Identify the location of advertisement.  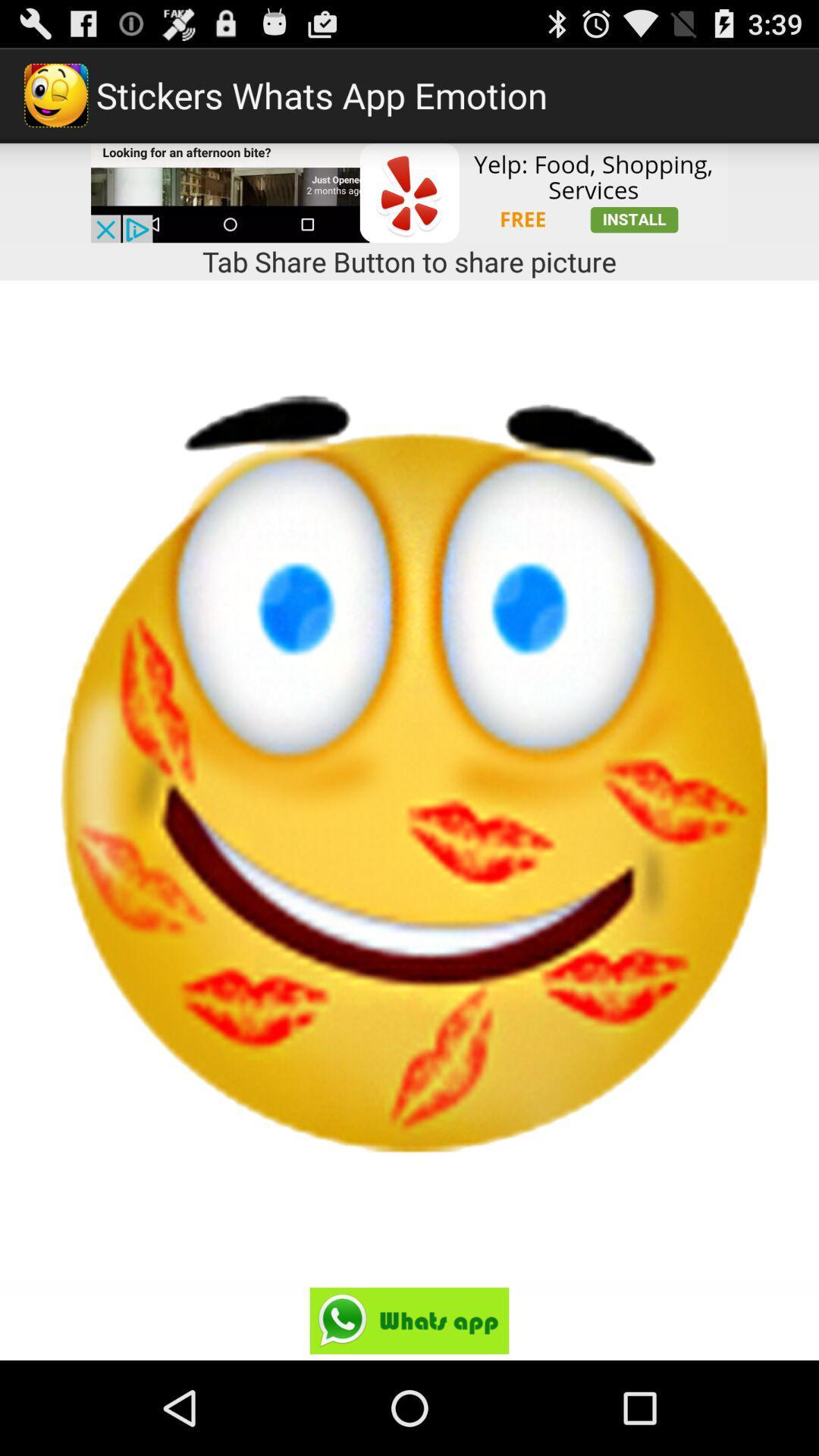
(409, 192).